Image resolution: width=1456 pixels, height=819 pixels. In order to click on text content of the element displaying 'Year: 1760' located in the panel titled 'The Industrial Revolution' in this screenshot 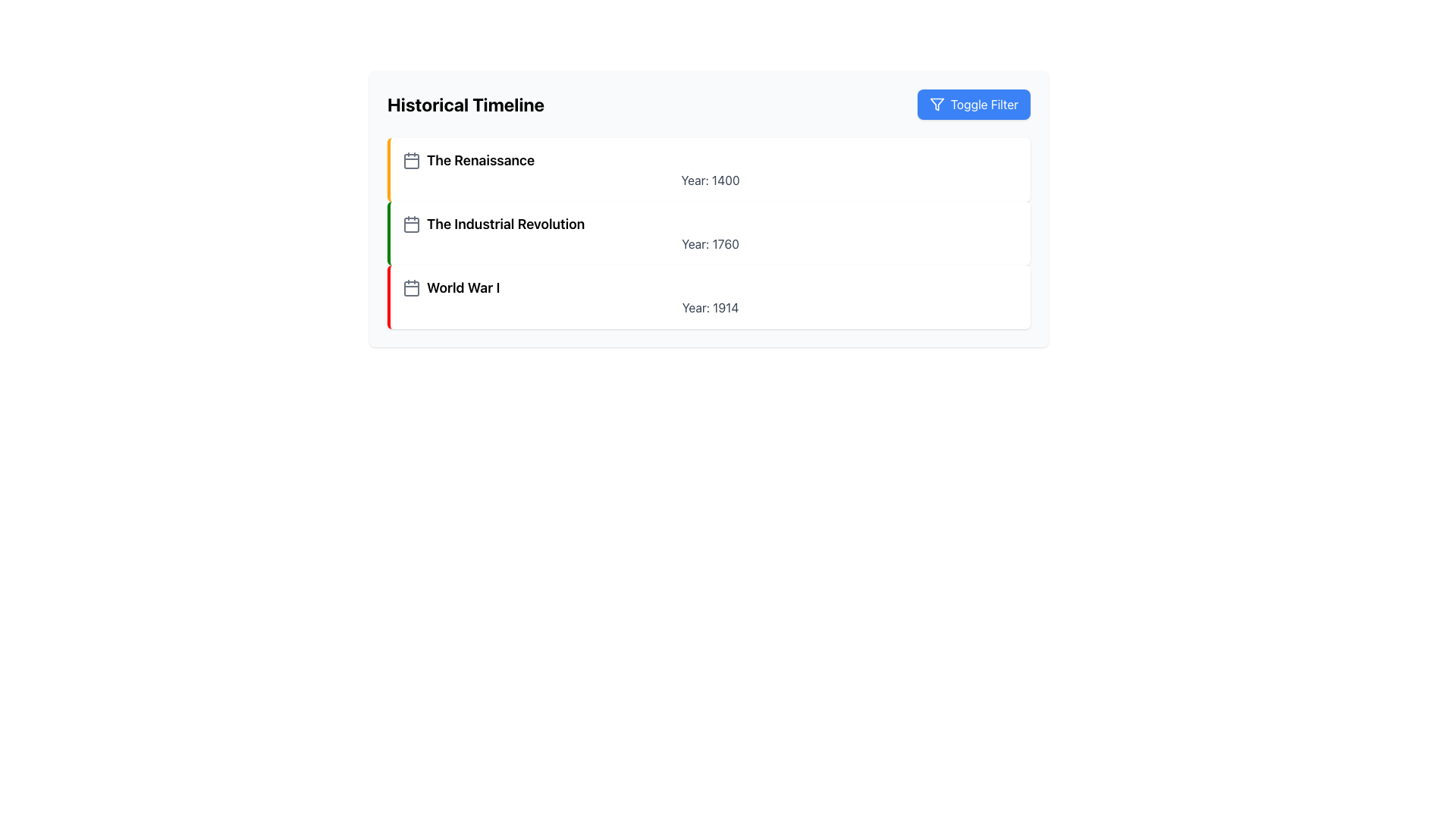, I will do `click(709, 243)`.